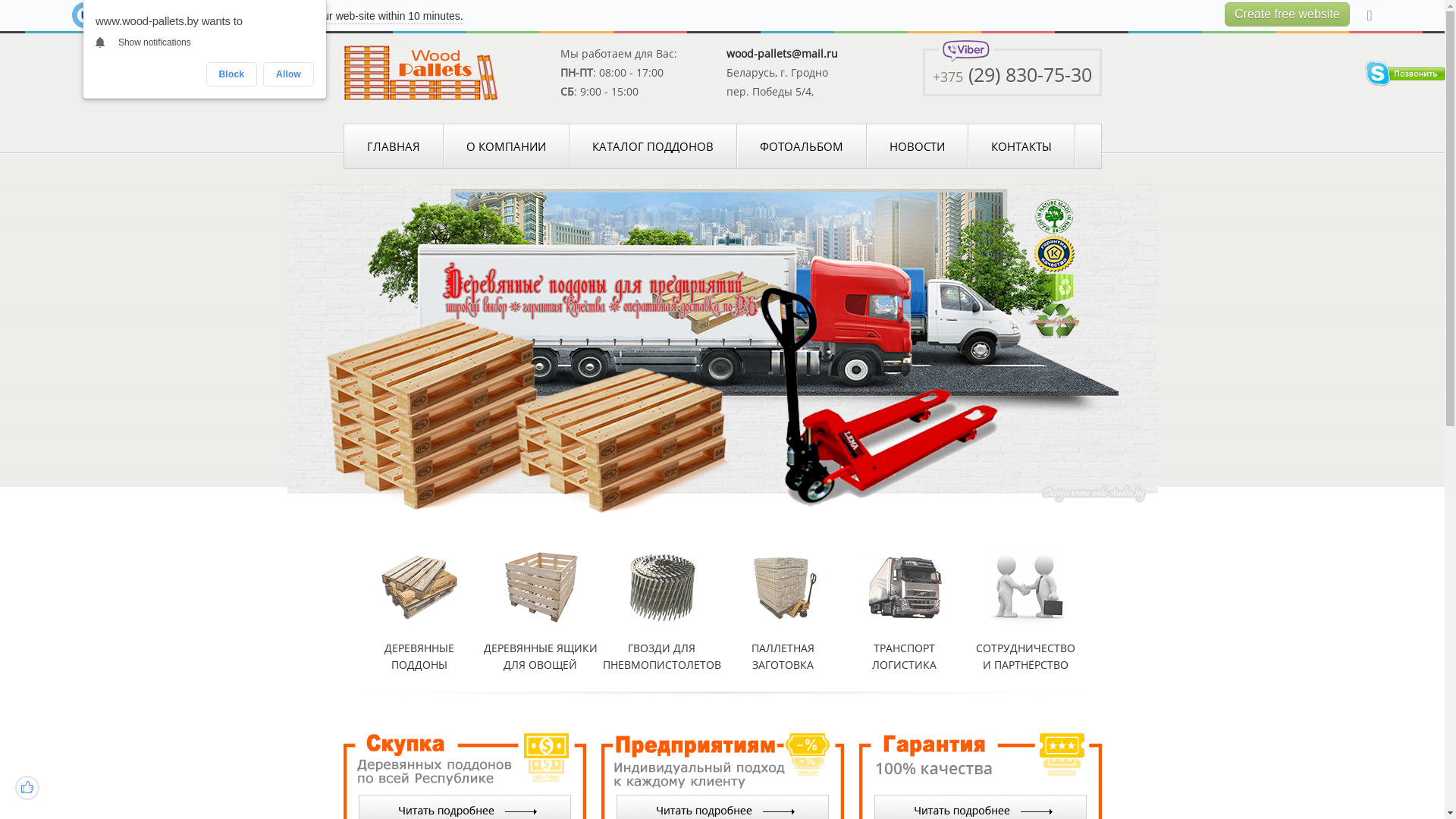 This screenshot has width=1456, height=819. Describe the element at coordinates (782, 52) in the screenshot. I see `'wood-pallets@mail.ru'` at that location.